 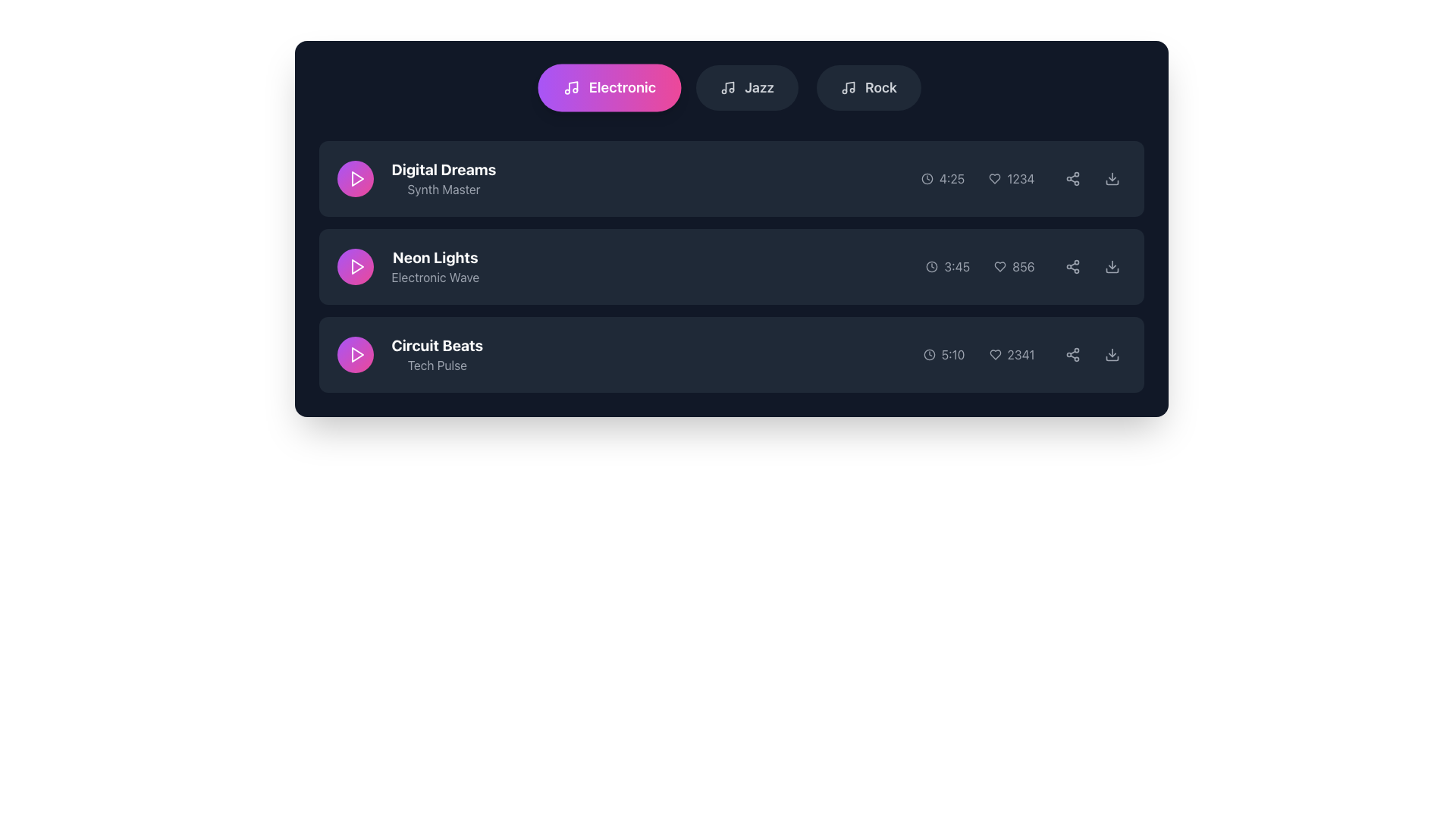 What do you see at coordinates (1000, 265) in the screenshot?
I see `the outlined heart icon located to the left of the numeric text '856'` at bounding box center [1000, 265].